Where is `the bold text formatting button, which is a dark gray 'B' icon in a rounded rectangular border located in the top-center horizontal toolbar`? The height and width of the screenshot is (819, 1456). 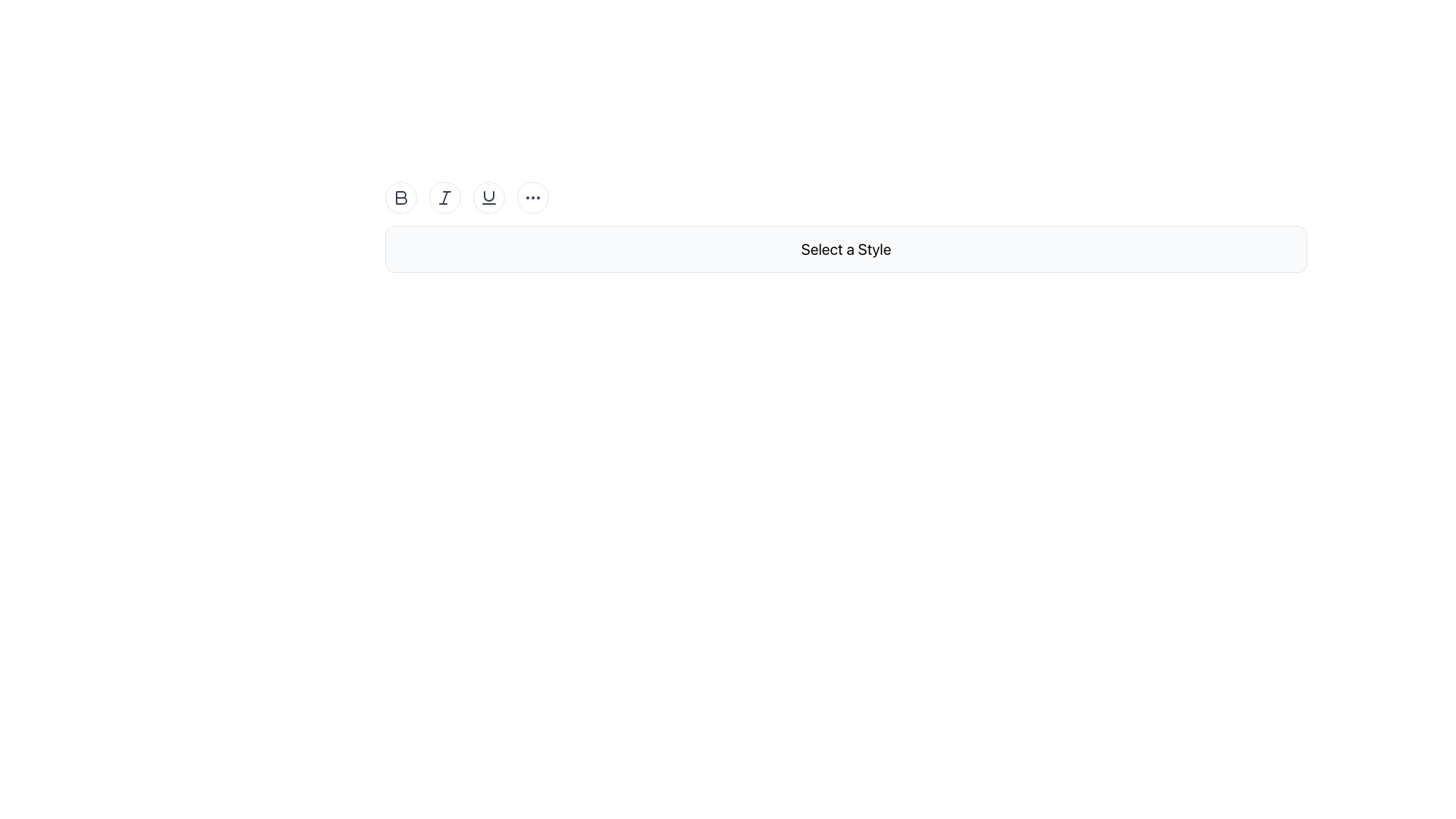 the bold text formatting button, which is a dark gray 'B' icon in a rounded rectangular border located in the top-center horizontal toolbar is located at coordinates (400, 197).